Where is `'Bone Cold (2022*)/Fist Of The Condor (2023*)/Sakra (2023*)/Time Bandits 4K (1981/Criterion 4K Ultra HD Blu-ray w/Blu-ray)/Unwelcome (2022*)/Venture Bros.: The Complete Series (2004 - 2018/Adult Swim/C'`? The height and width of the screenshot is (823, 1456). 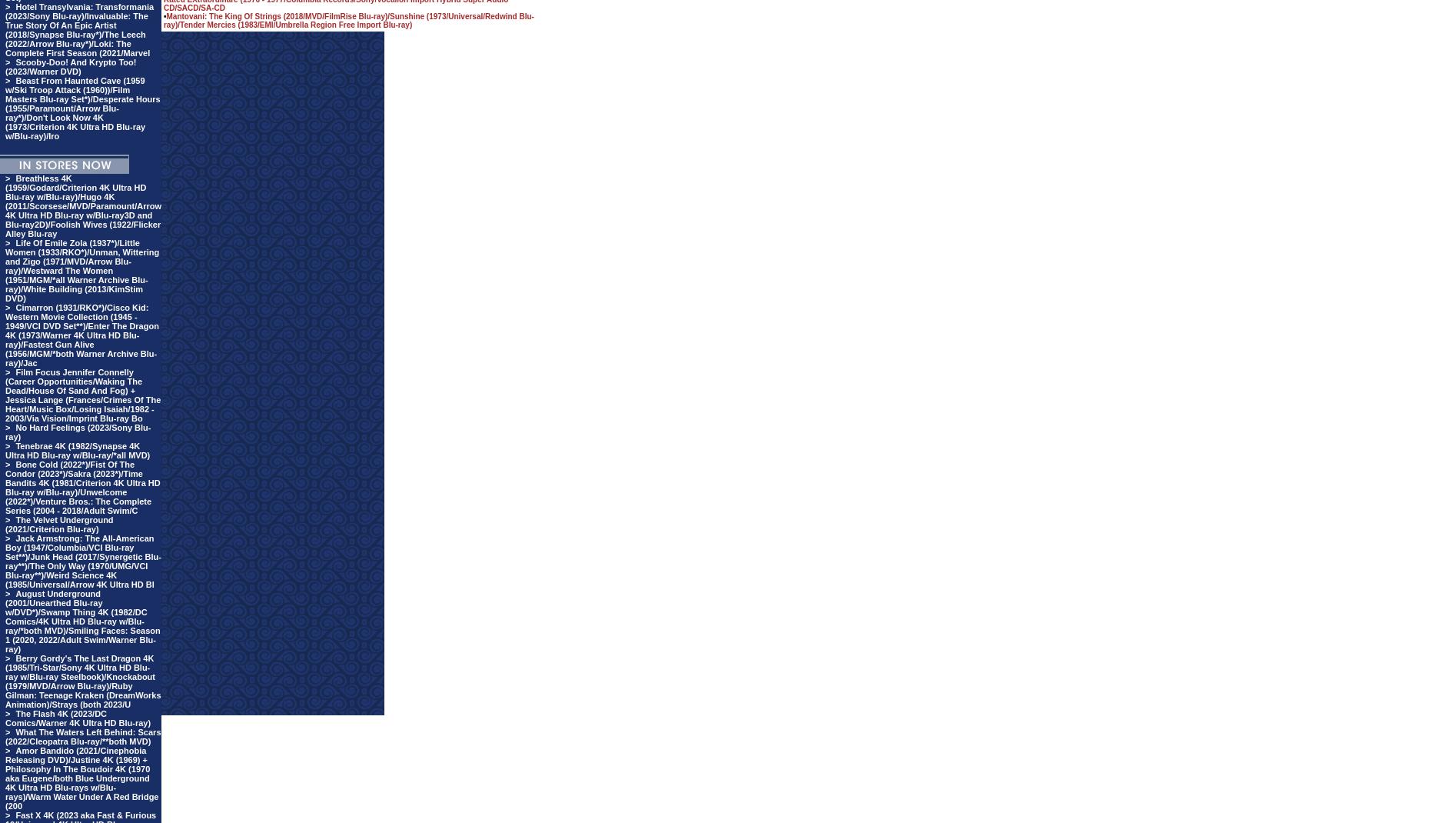
'Bone Cold (2022*)/Fist Of The Condor (2023*)/Sakra (2023*)/Time Bandits 4K (1981/Criterion 4K Ultra HD Blu-ray w/Blu-ray)/Unwelcome (2022*)/Venture Bros.: The Complete Series (2004 - 2018/Adult Swim/C' is located at coordinates (81, 487).